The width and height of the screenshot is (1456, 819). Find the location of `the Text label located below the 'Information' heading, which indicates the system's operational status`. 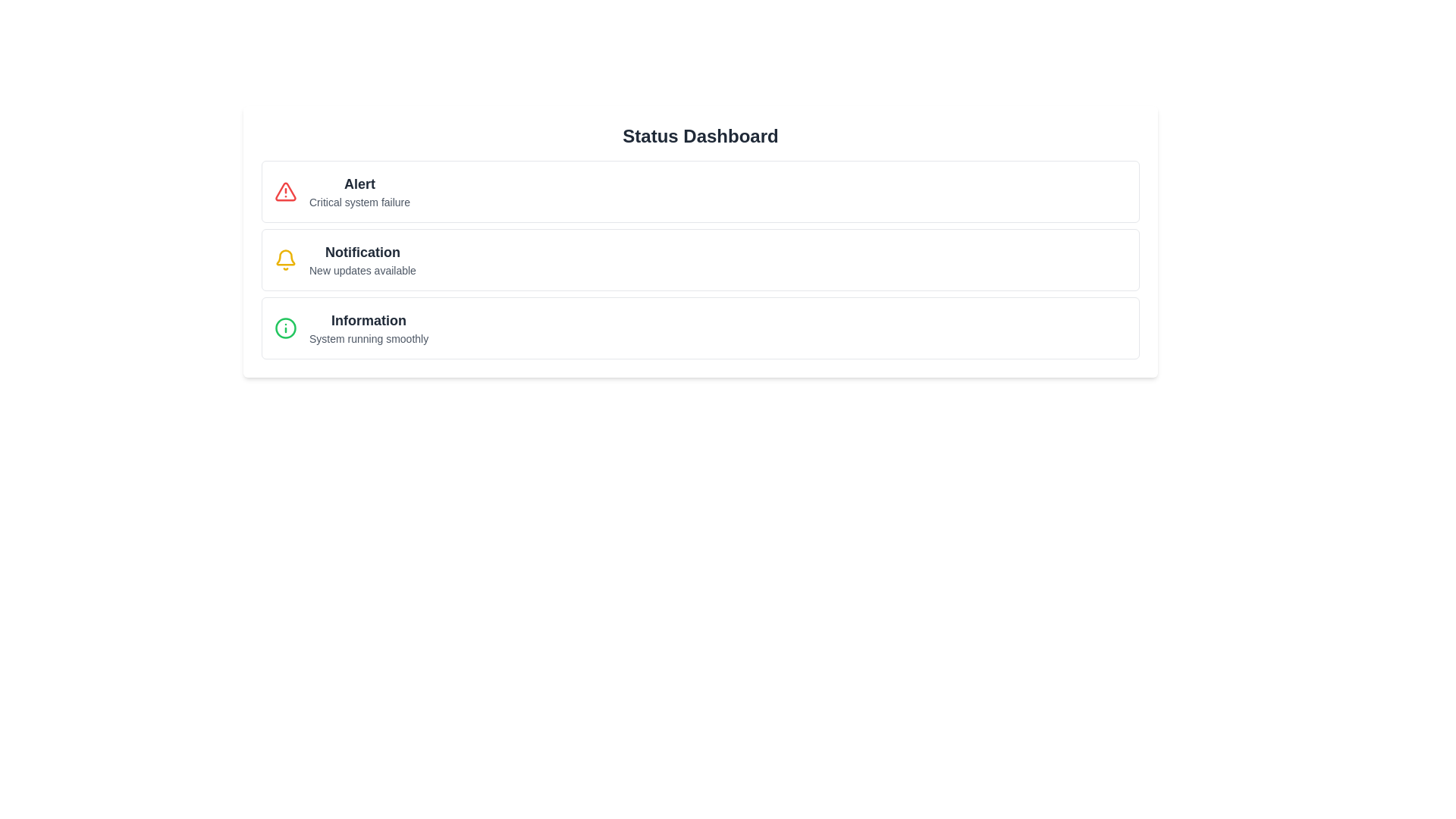

the Text label located below the 'Information' heading, which indicates the system's operational status is located at coordinates (369, 338).